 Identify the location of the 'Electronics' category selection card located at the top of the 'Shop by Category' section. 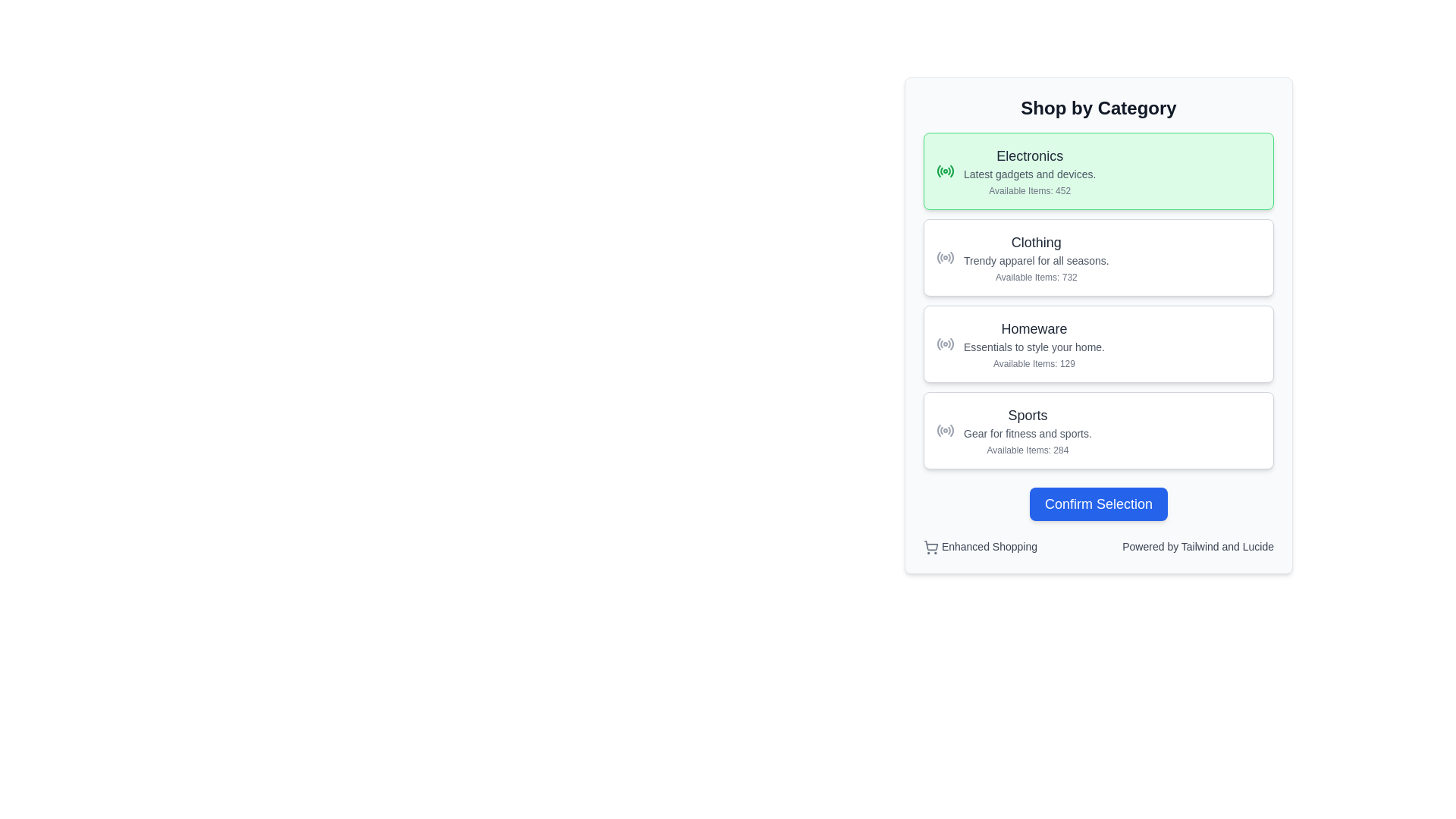
(1030, 171).